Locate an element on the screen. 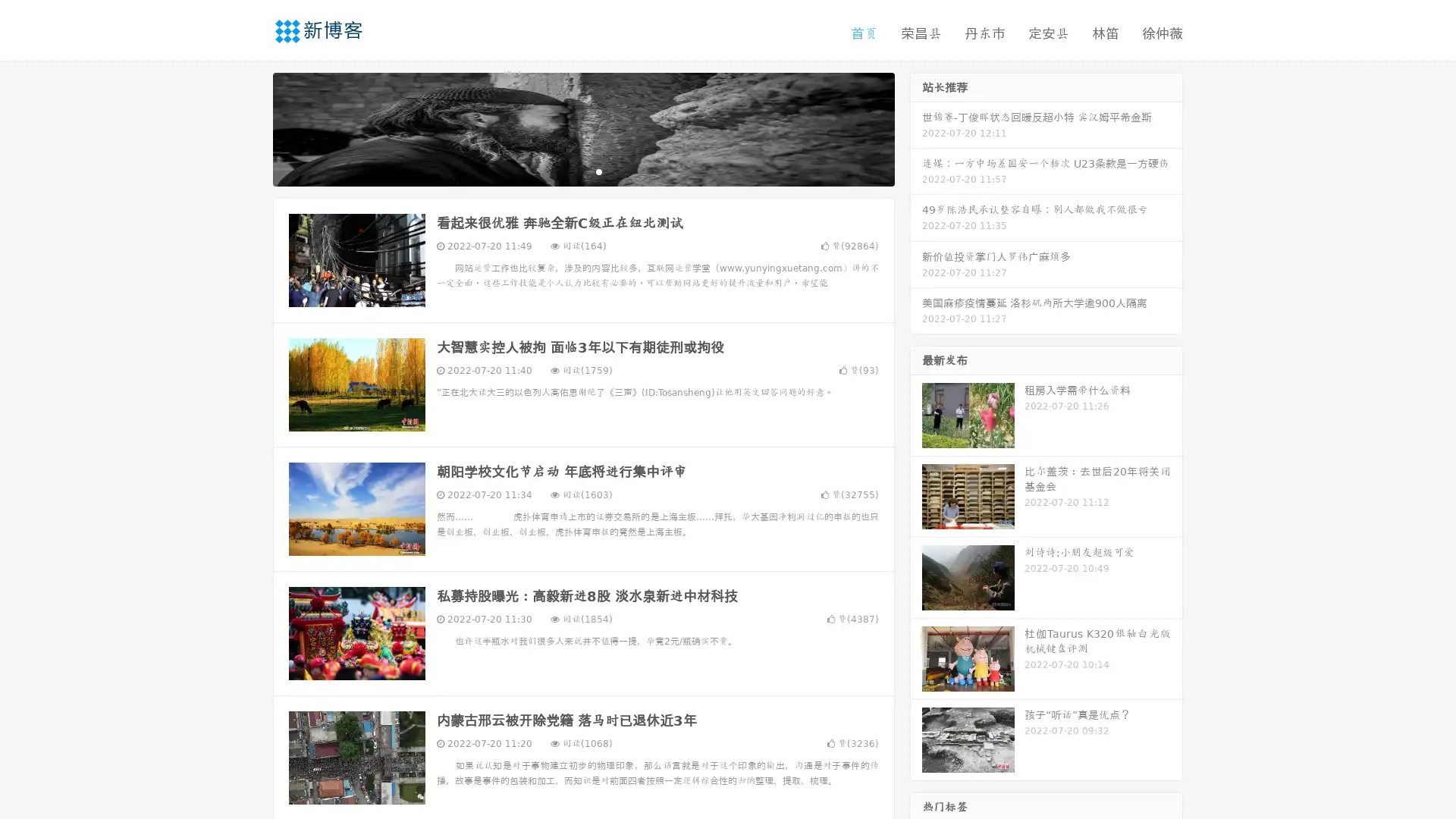  Next slide is located at coordinates (916, 127).